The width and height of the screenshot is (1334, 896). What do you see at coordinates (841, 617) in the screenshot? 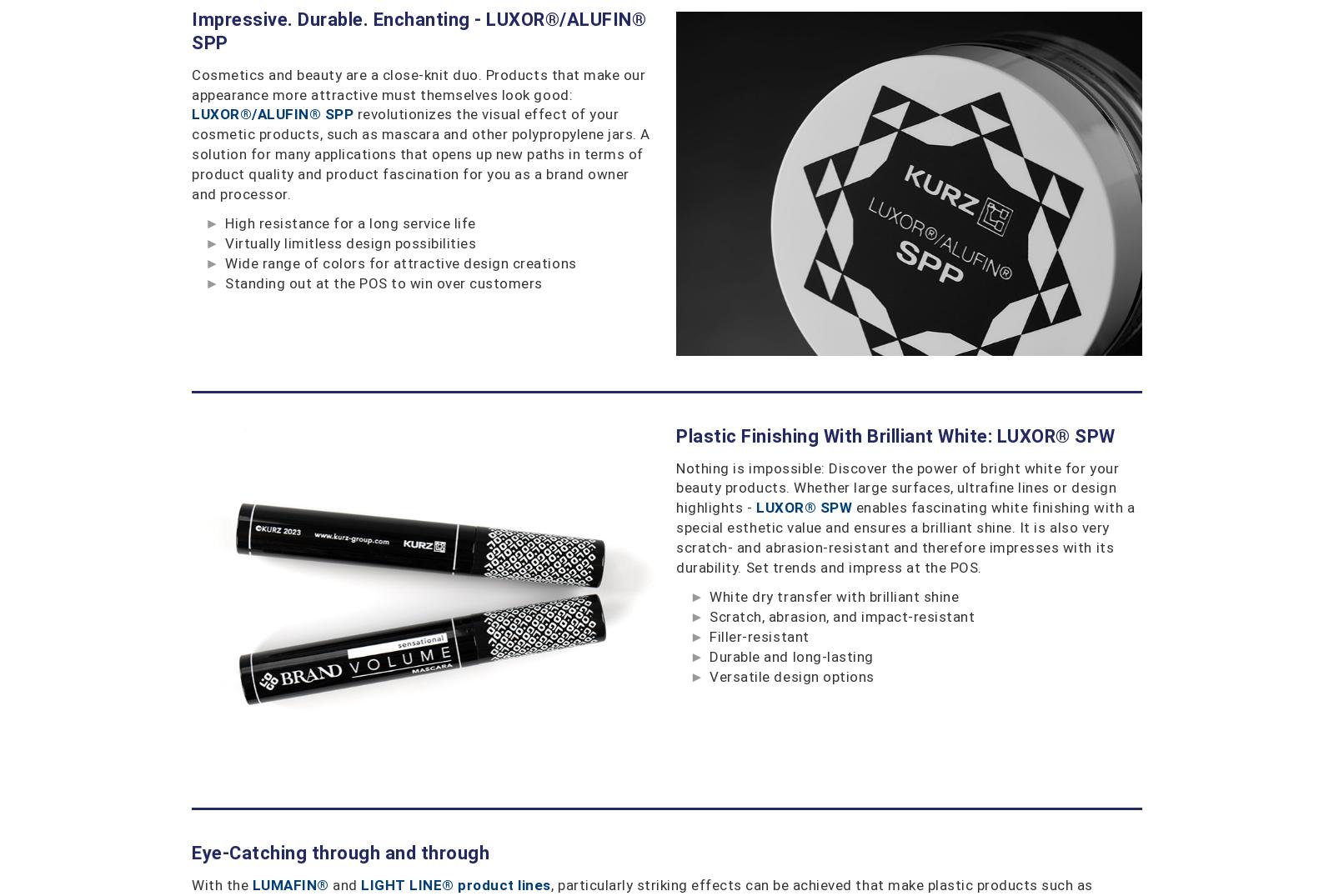
I see `'Scratch, abrasion, and impact-resistant'` at bounding box center [841, 617].